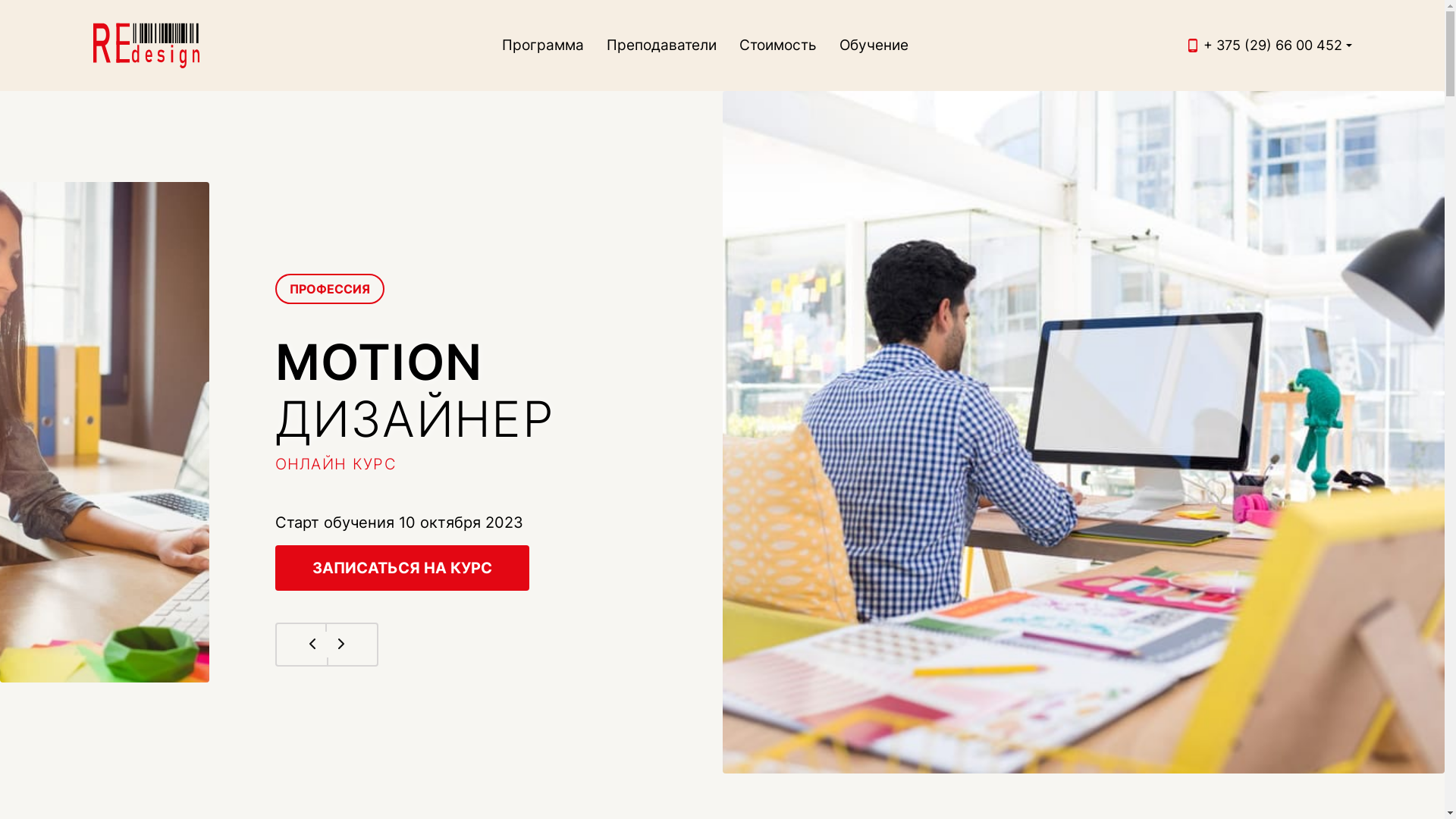 This screenshot has width=1456, height=819. What do you see at coordinates (1272, 44) in the screenshot?
I see `'+ 375 (29) 66 00 452'` at bounding box center [1272, 44].